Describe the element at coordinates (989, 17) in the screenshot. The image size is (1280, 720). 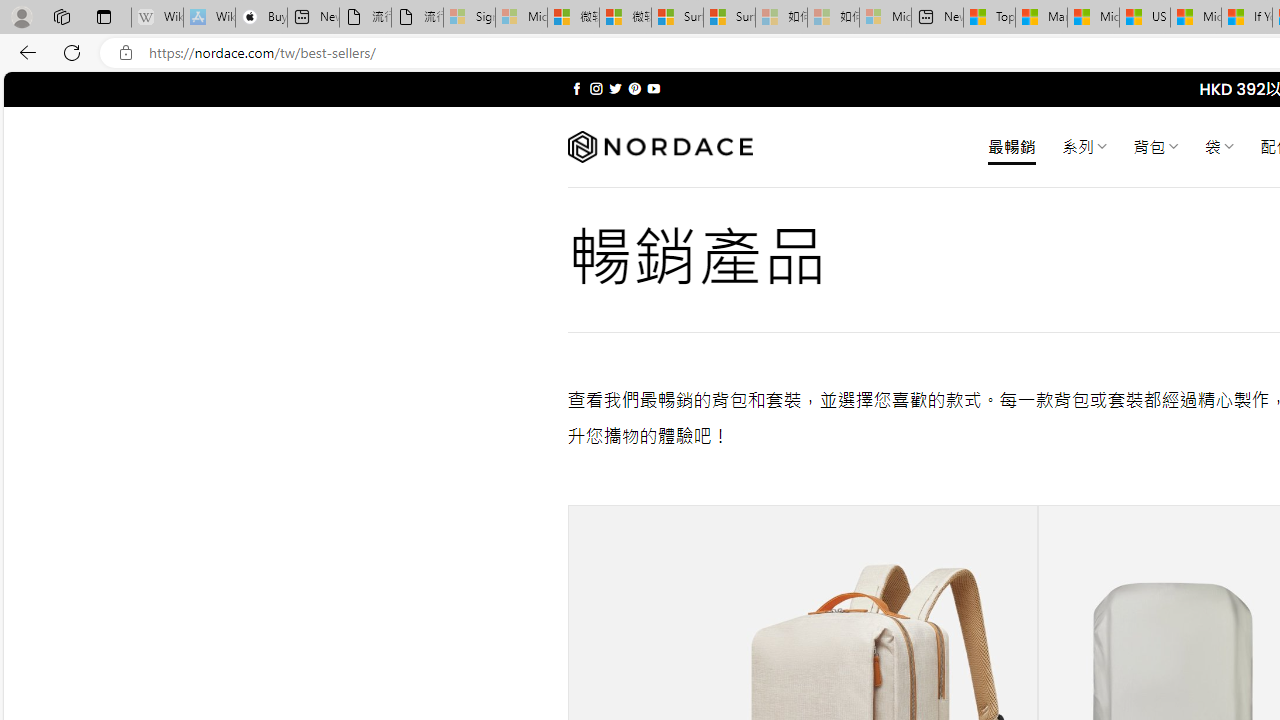
I see `'Top Stories - MSN'` at that location.